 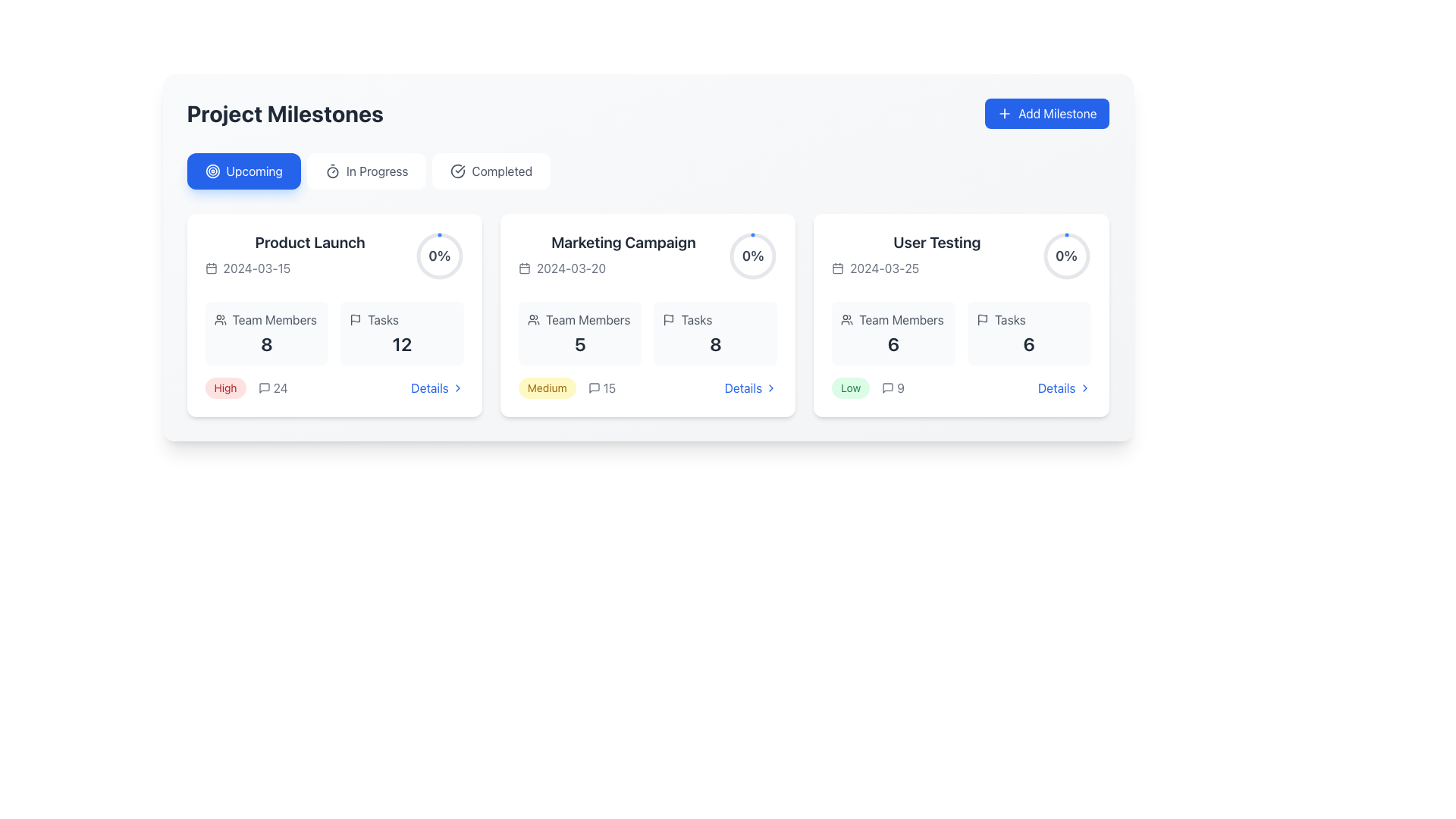 I want to click on the navigation icon located on the right-hand side of the 'Details' text link in the 'Marketing Campaign' section, so click(x=771, y=388).